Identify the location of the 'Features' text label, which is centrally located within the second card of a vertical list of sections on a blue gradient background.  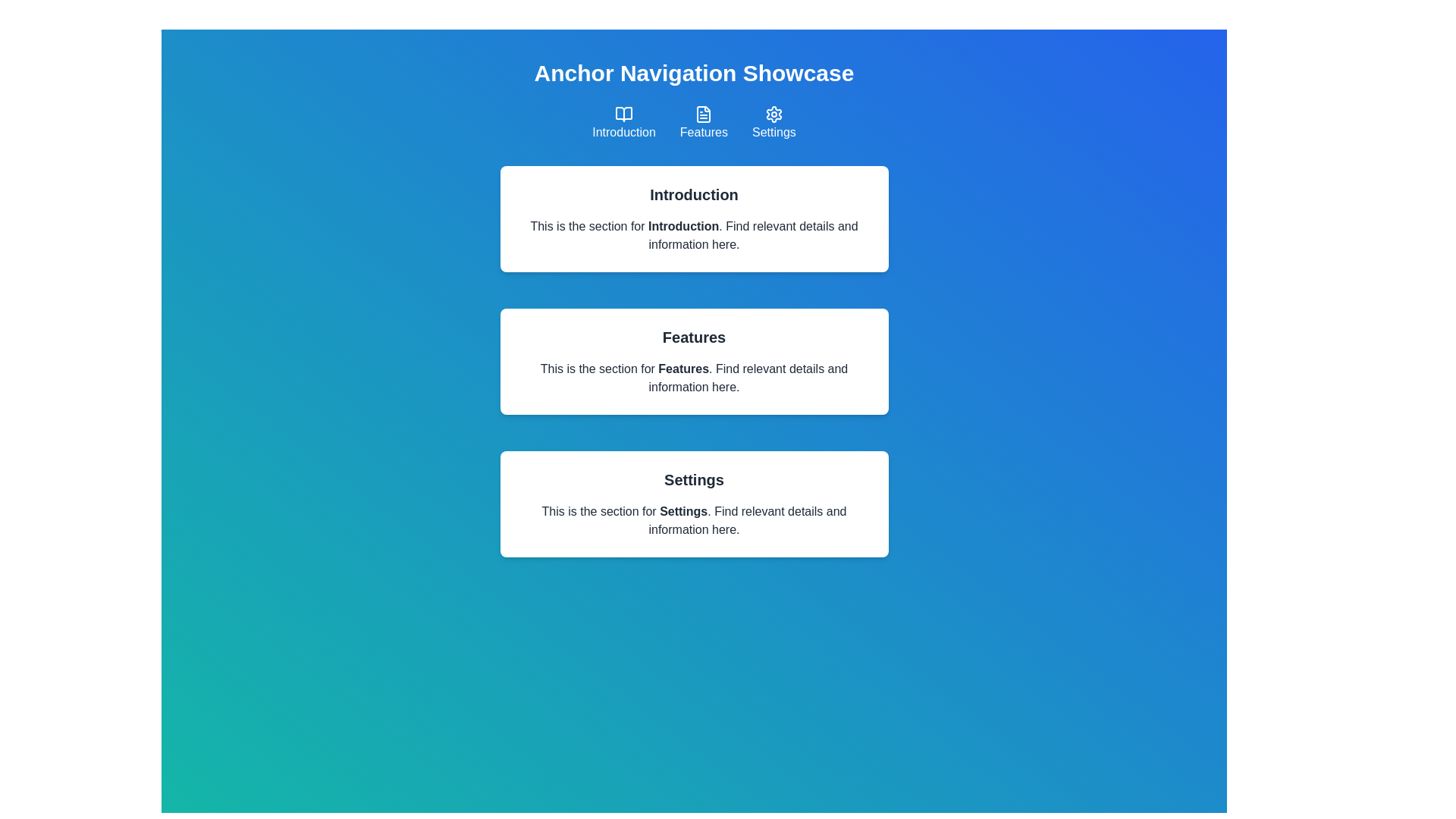
(682, 369).